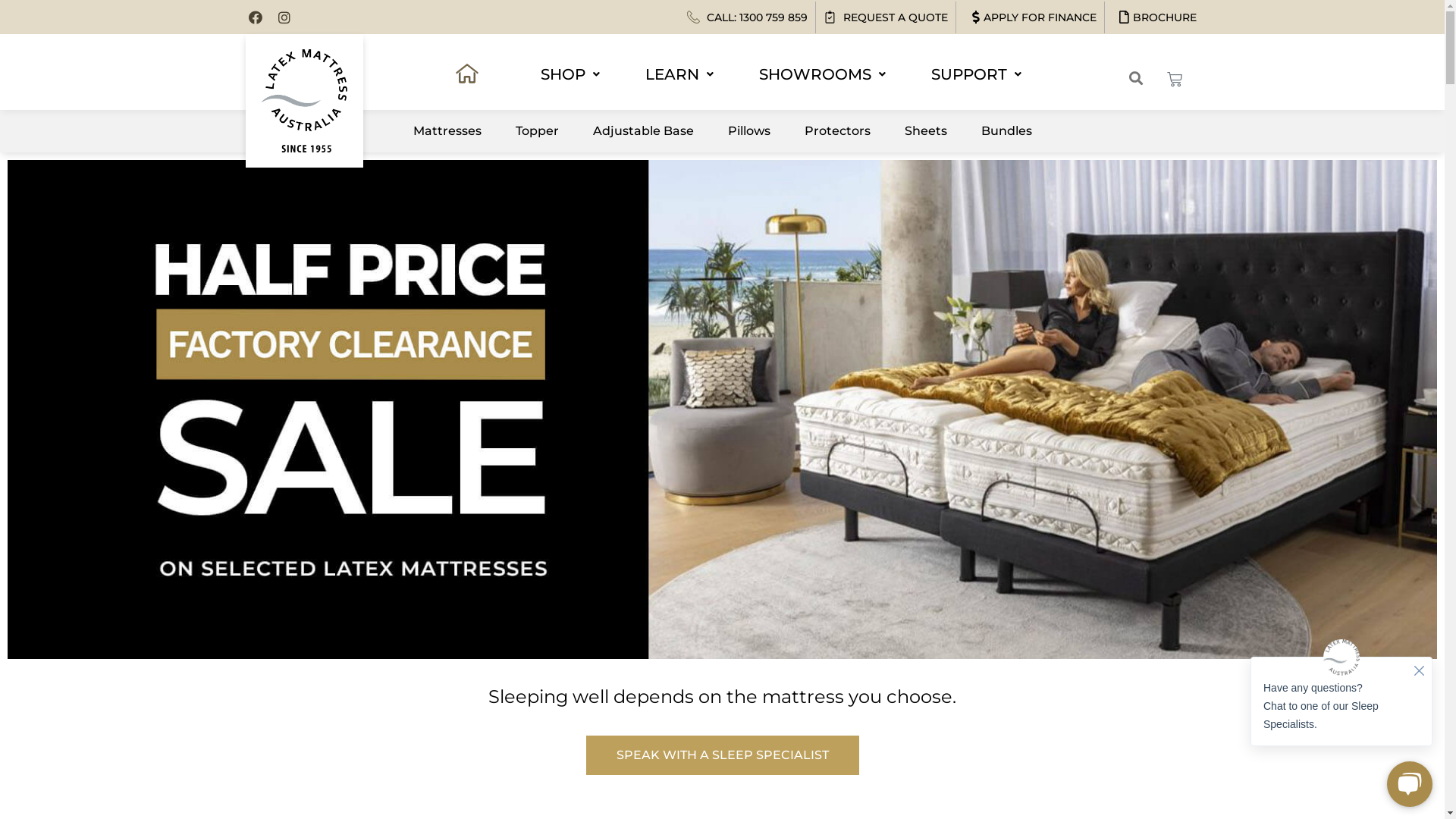  Describe the element at coordinates (822, 17) in the screenshot. I see `'REQUEST A QUOTE'` at that location.